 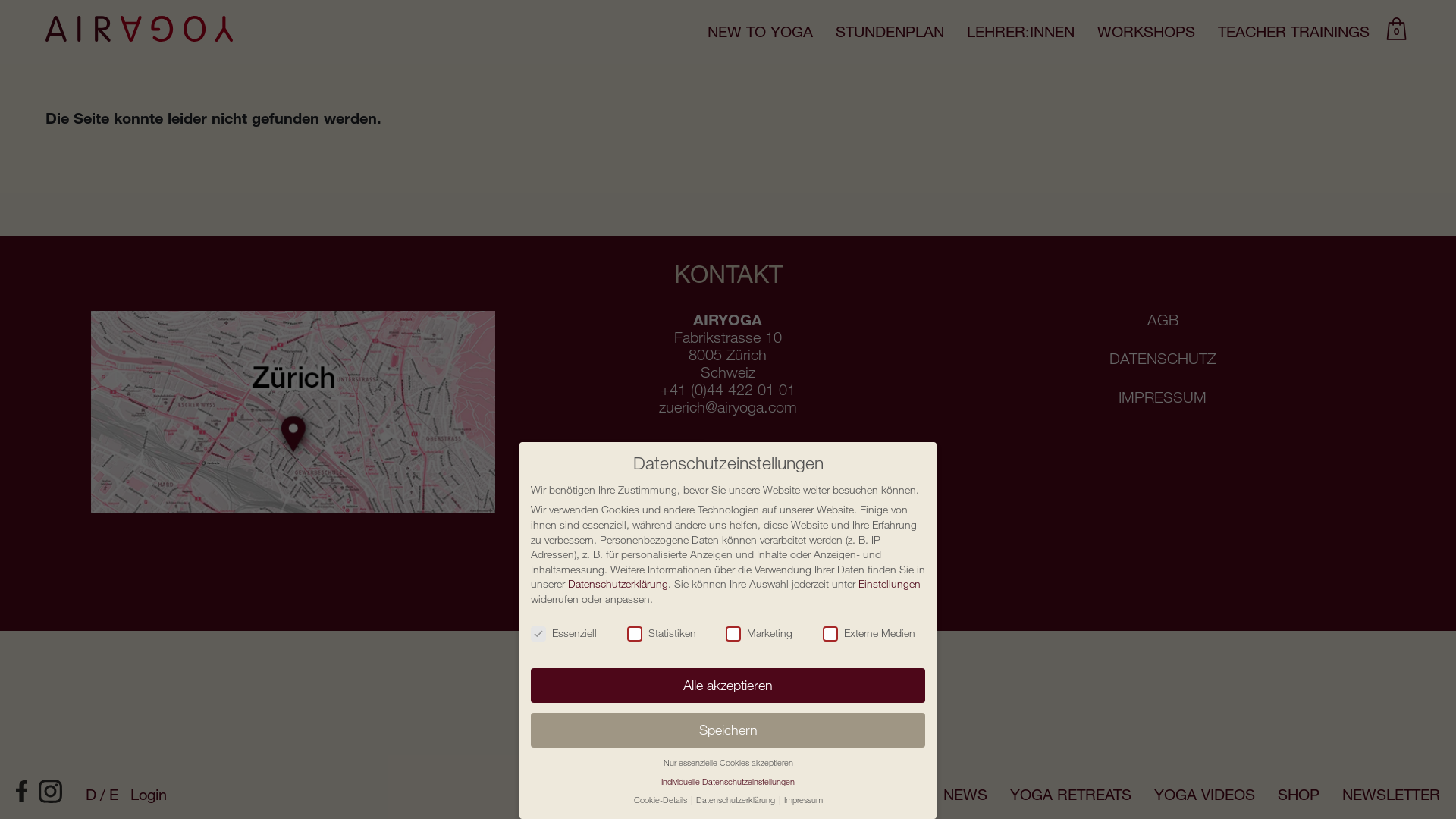 I want to click on 'WORKSHOPS', so click(x=1146, y=31).